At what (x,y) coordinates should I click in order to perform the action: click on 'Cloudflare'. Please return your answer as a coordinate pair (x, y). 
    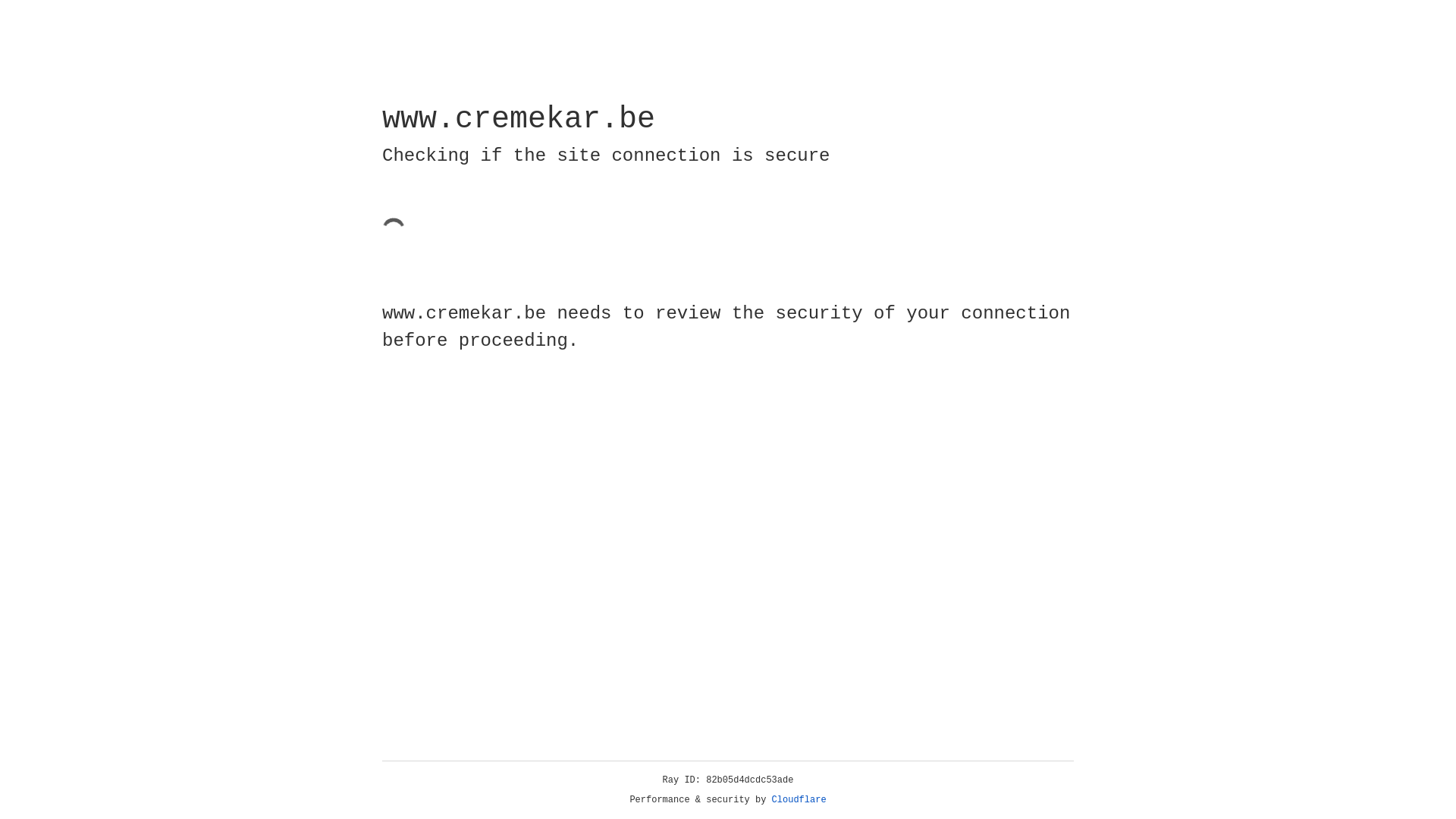
    Looking at the image, I should click on (799, 799).